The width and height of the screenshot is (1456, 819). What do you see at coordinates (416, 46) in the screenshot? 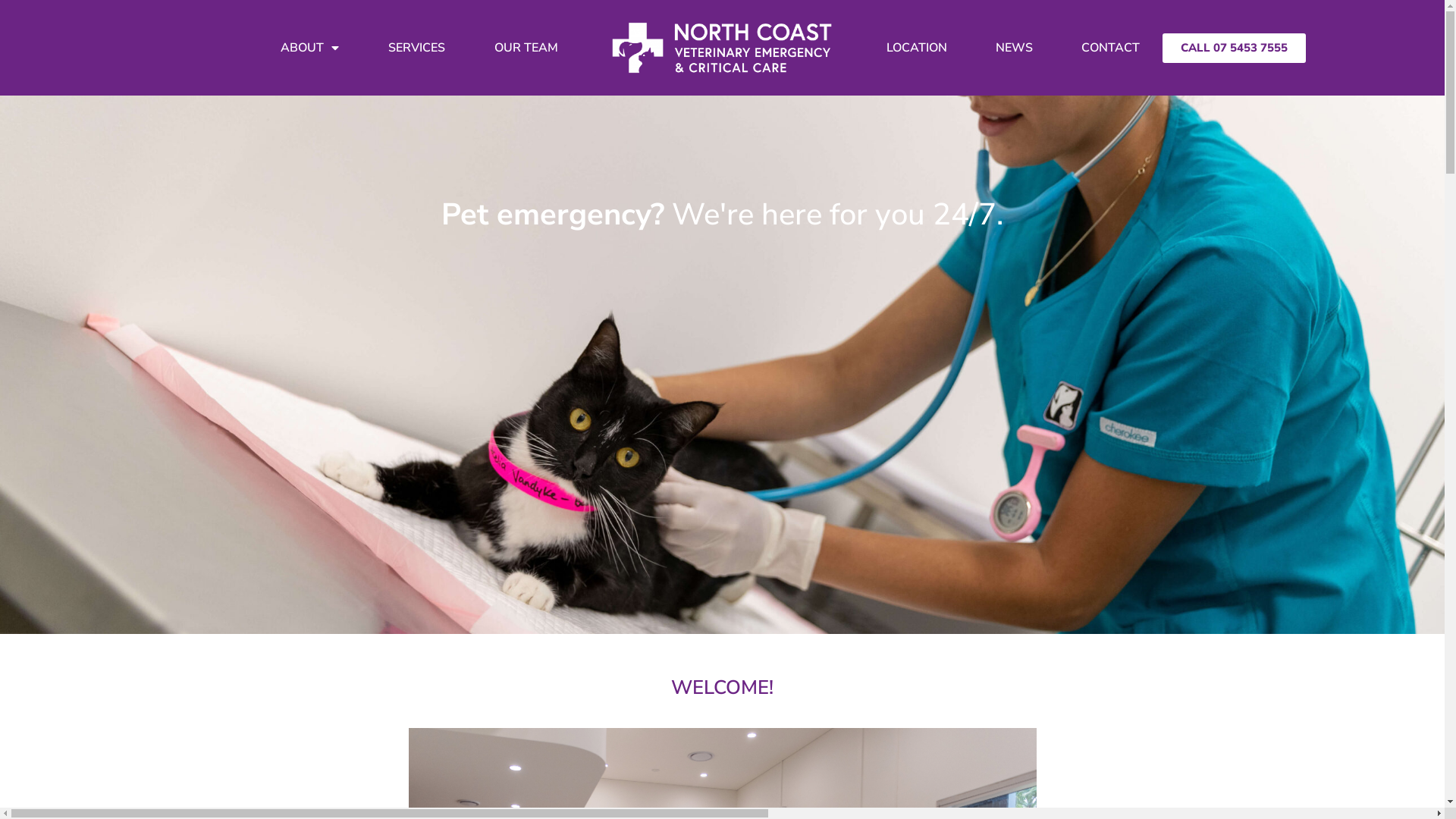
I see `'SERVICES'` at bounding box center [416, 46].